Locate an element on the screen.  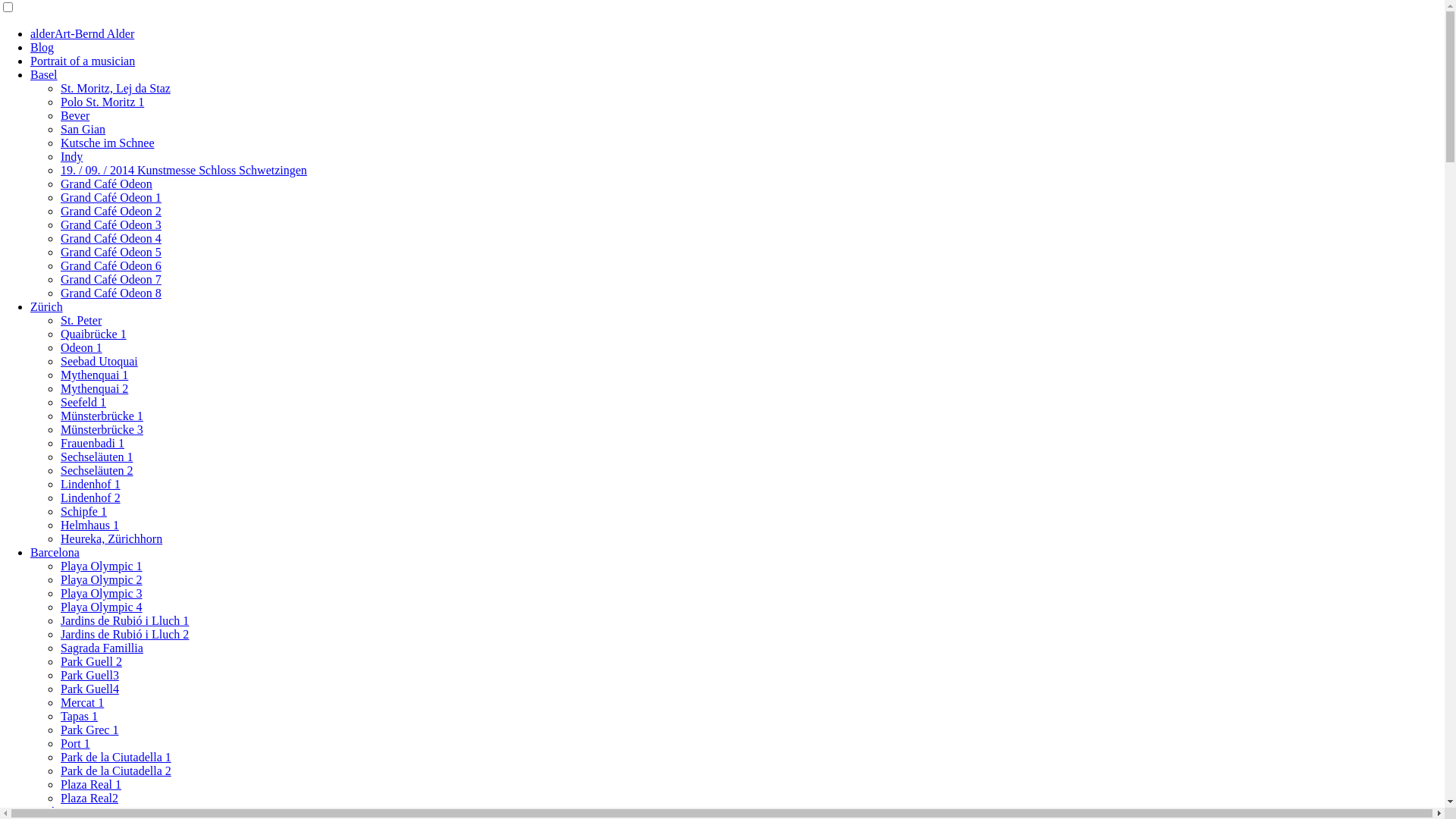
'Polo St. Moritz 1' is located at coordinates (101, 102).